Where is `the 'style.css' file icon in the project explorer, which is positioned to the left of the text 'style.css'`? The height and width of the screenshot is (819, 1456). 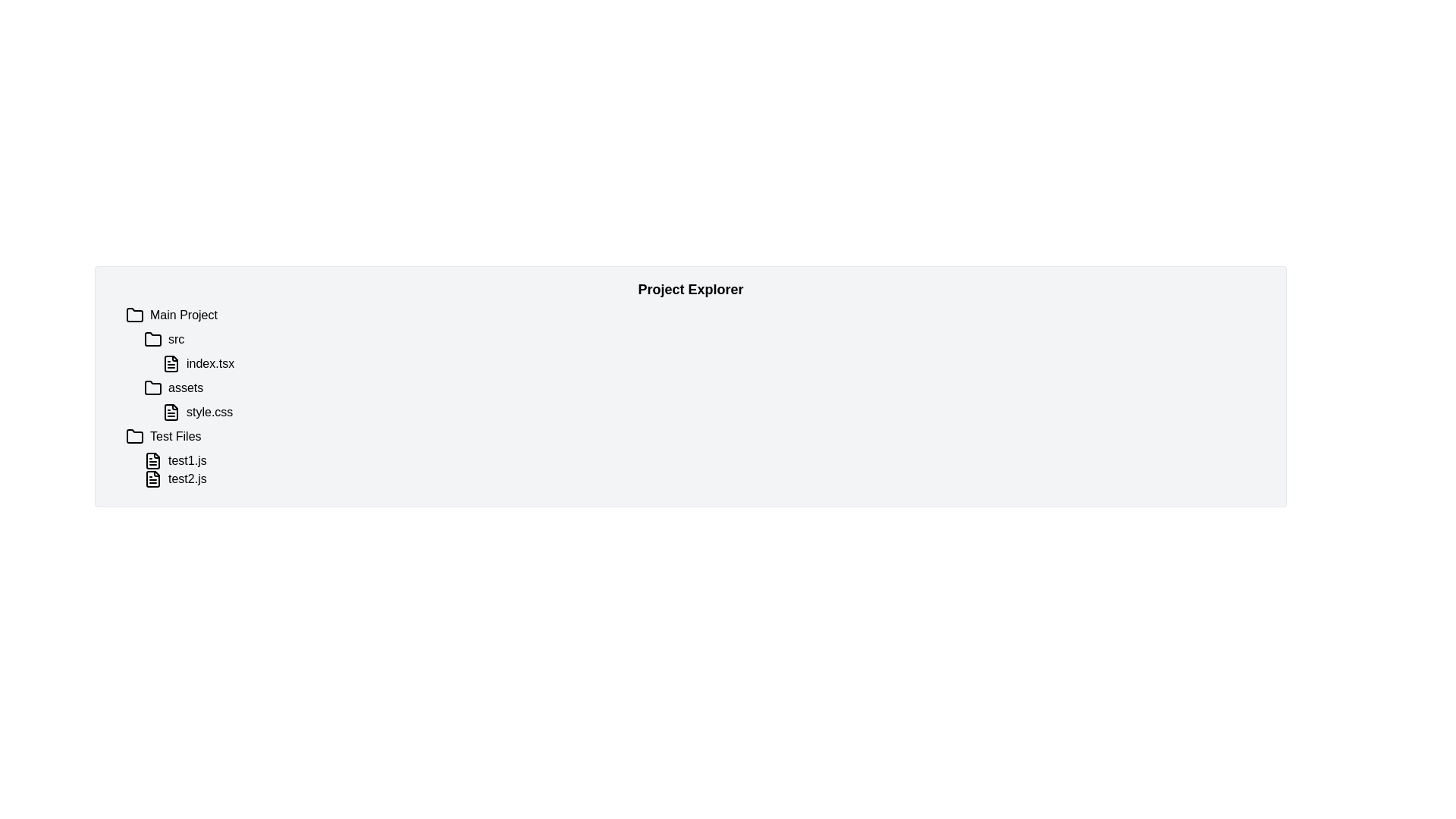
the 'style.css' file icon in the project explorer, which is positioned to the left of the text 'style.css' is located at coordinates (171, 412).